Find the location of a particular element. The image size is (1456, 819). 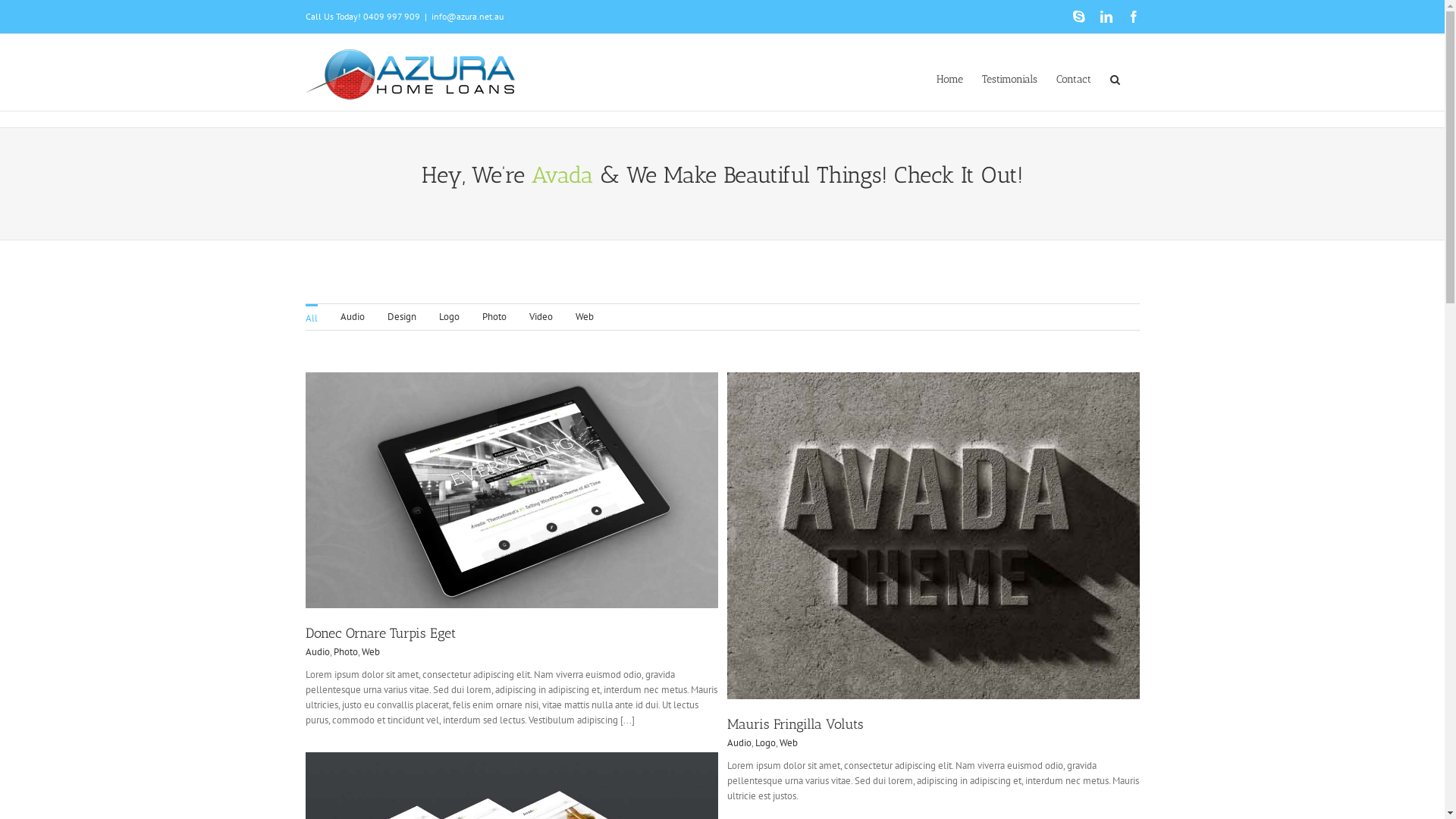

'Home' is located at coordinates (948, 78).